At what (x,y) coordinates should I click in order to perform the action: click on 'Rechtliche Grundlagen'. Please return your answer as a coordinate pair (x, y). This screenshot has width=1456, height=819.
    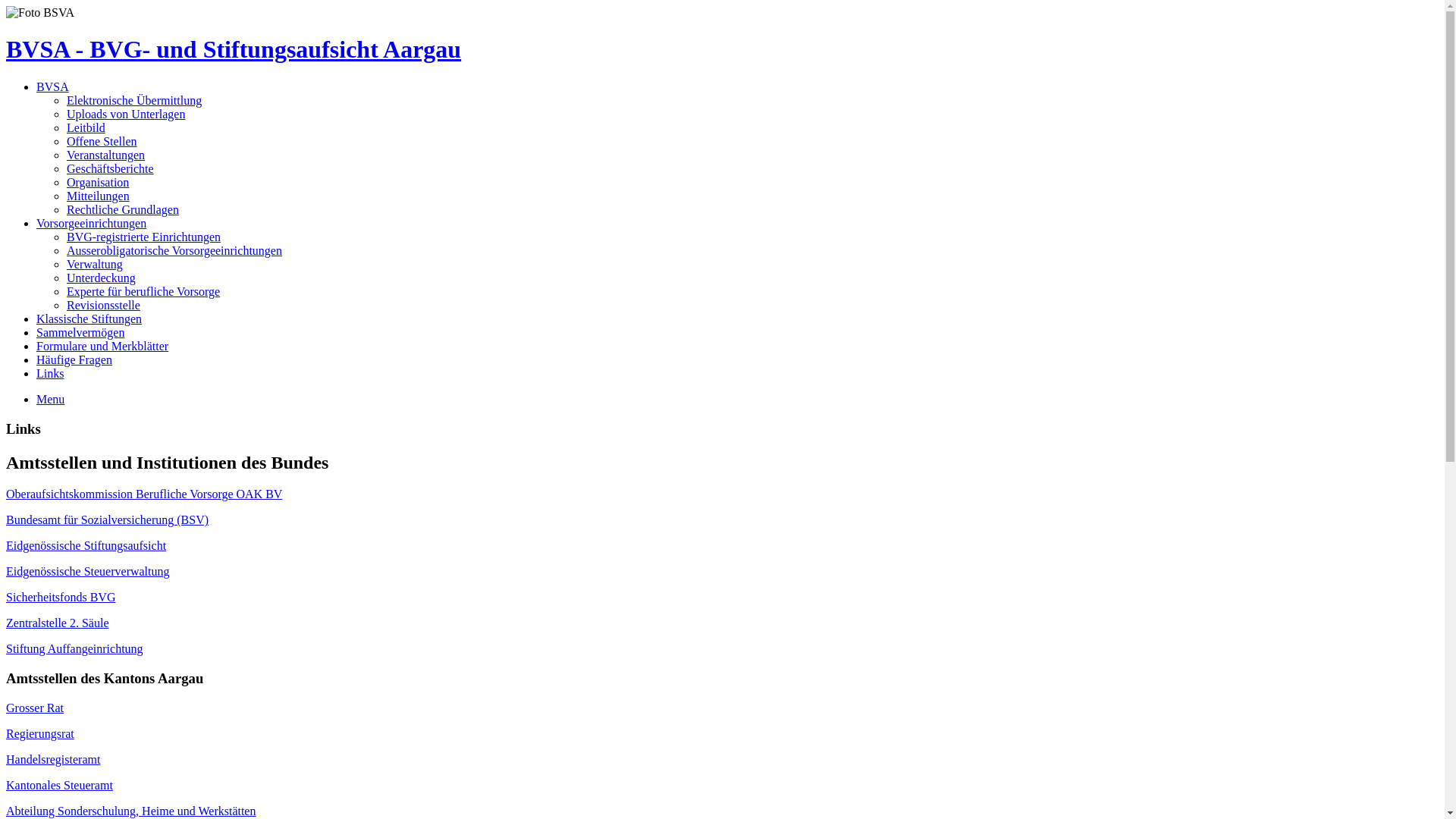
    Looking at the image, I should click on (123, 209).